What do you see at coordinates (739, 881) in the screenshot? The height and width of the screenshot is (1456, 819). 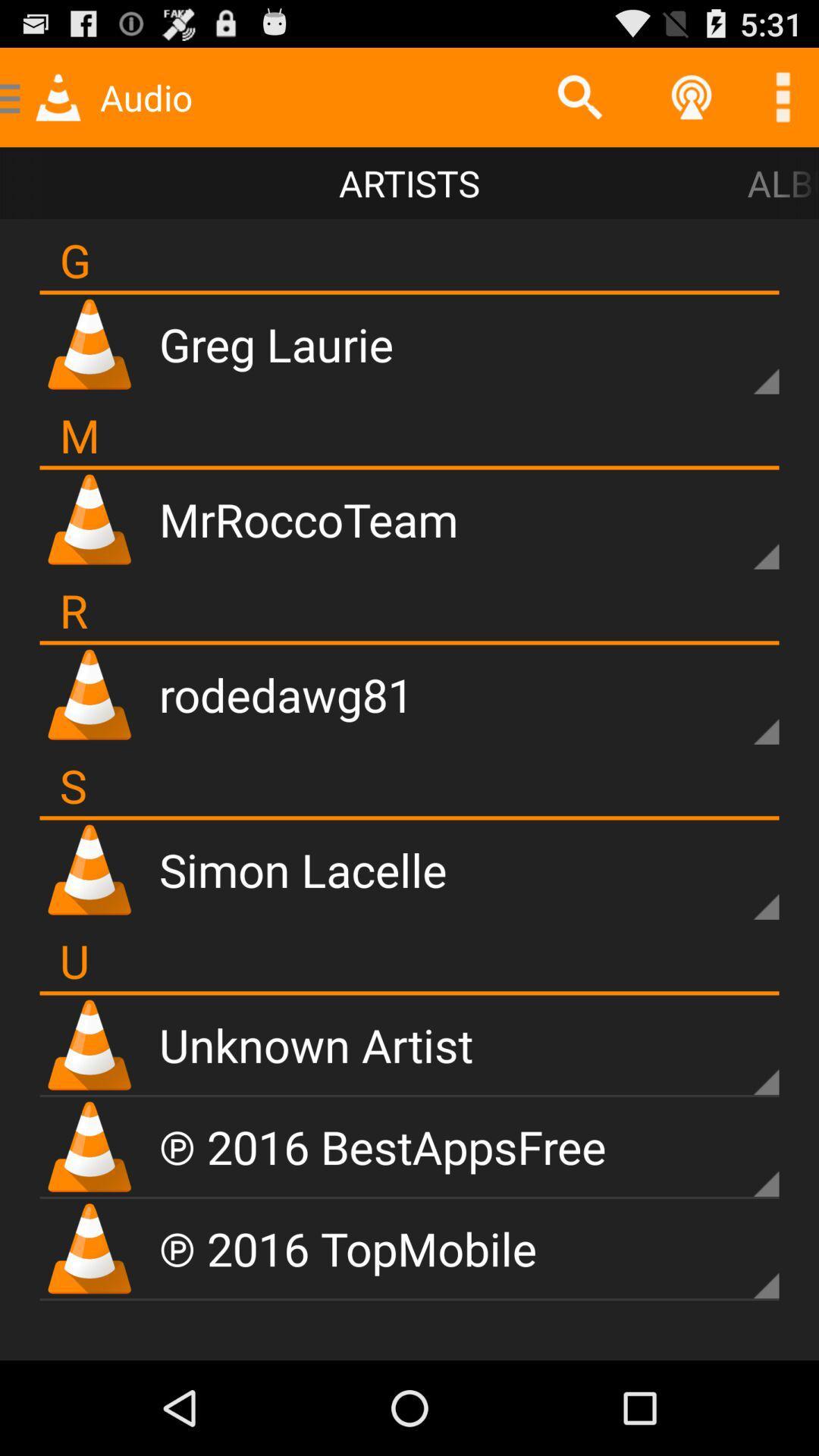 I see `options` at bounding box center [739, 881].